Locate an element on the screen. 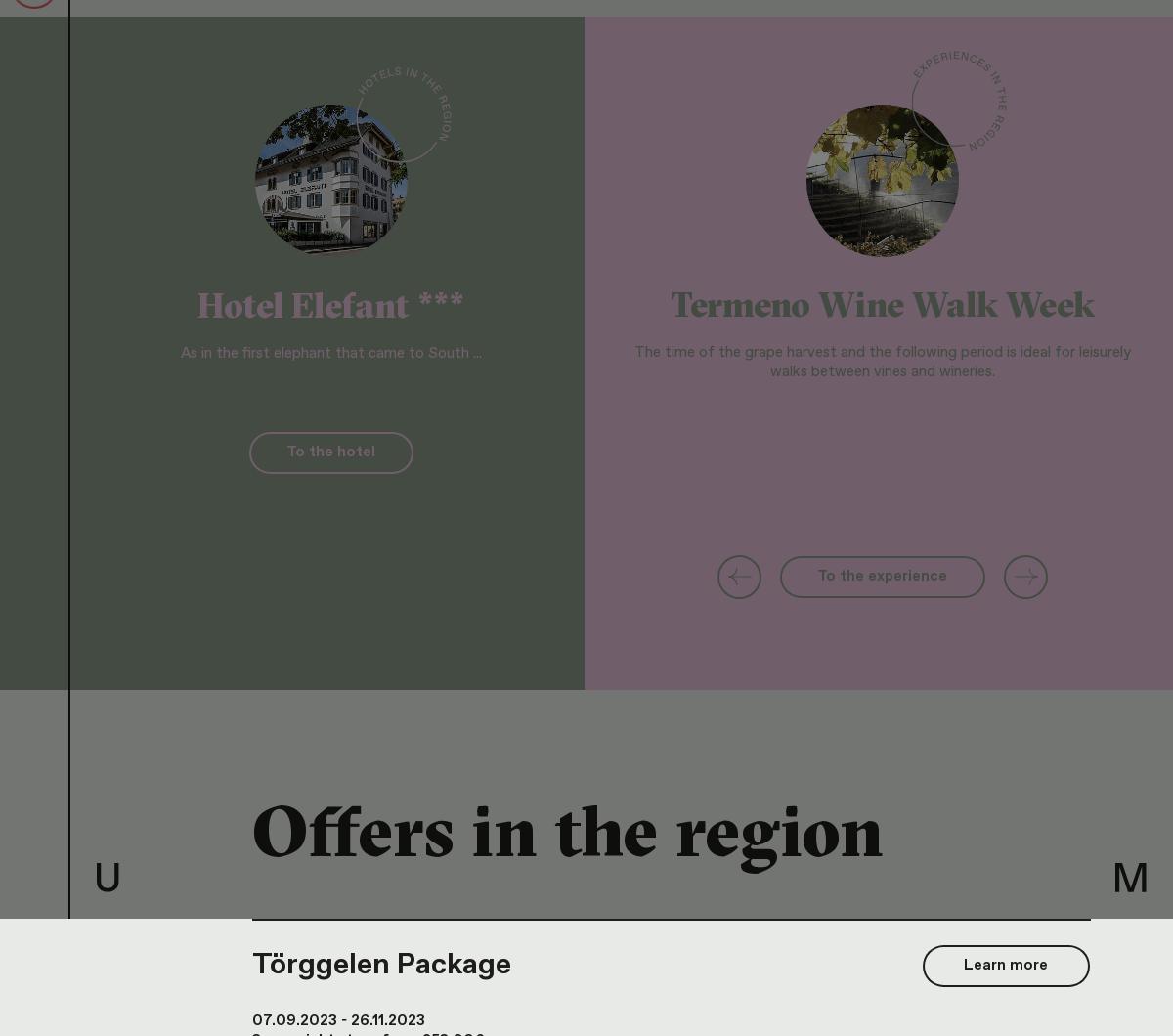  'Törggelen Package' is located at coordinates (381, 963).